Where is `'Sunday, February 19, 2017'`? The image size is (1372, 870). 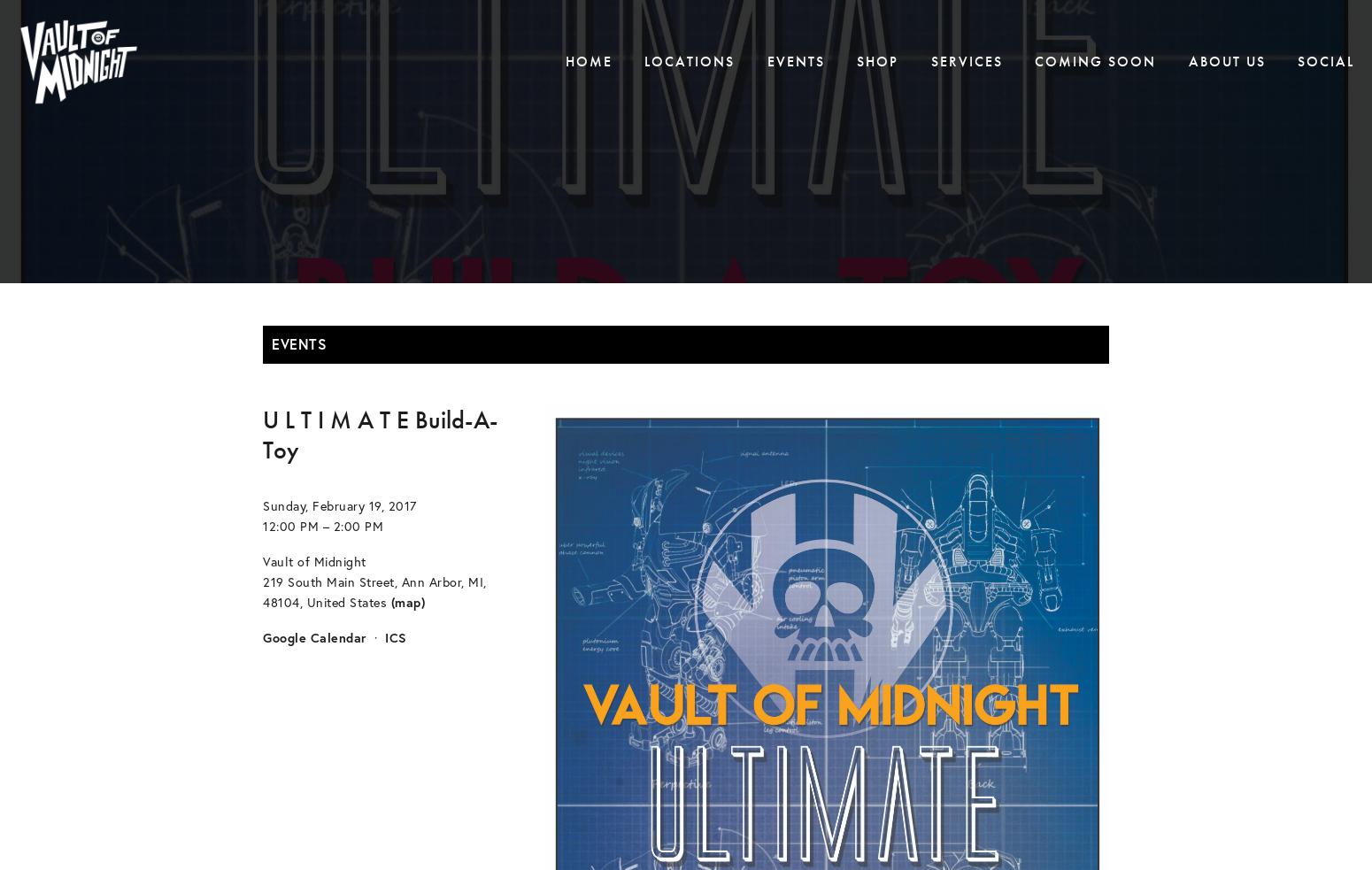
'Sunday, February 19, 2017' is located at coordinates (338, 504).